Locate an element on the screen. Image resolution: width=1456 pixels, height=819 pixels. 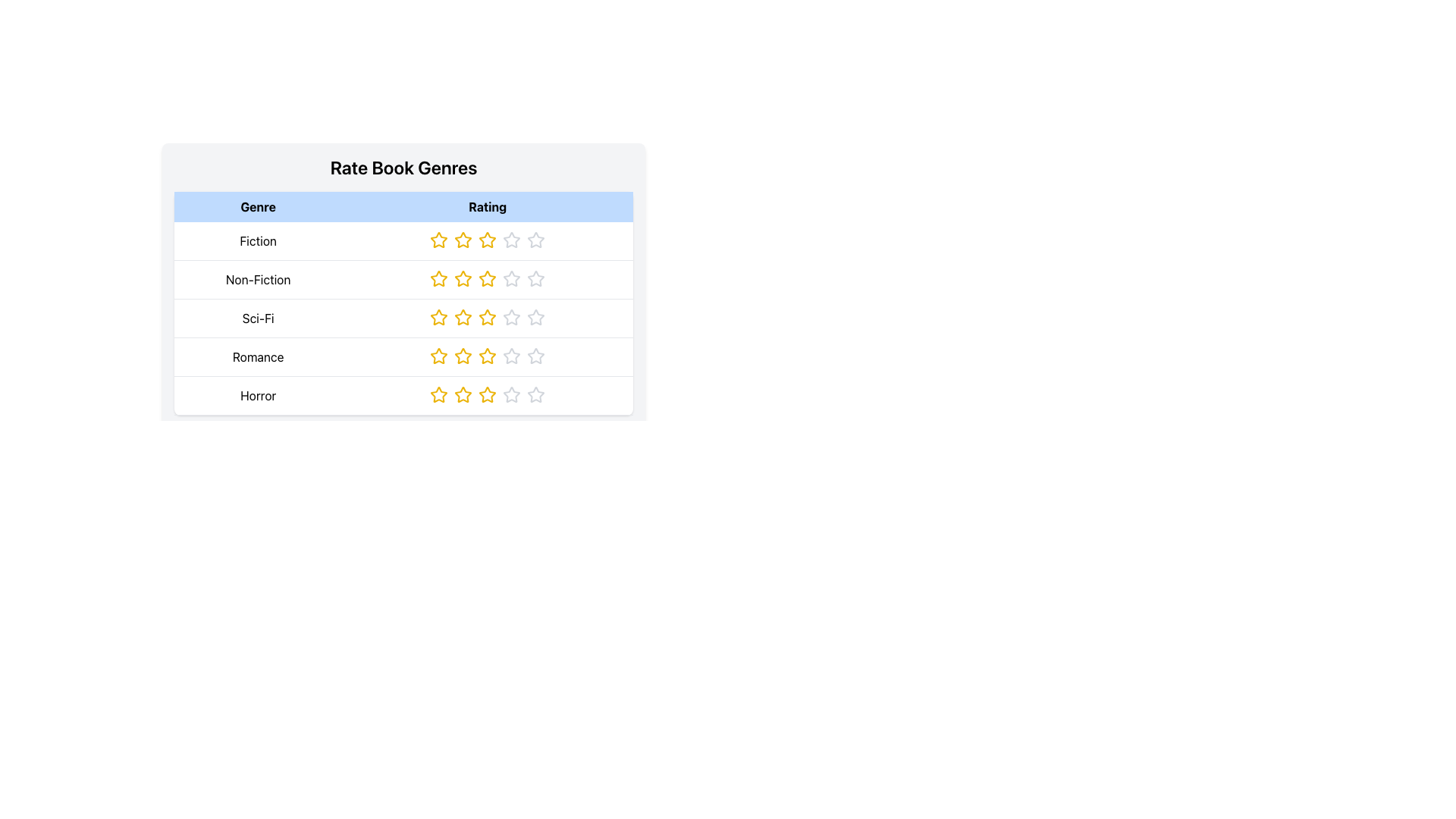
the third star icon in the 'Horror' genre rating section of the 'Rate Book Genres' table is located at coordinates (488, 394).